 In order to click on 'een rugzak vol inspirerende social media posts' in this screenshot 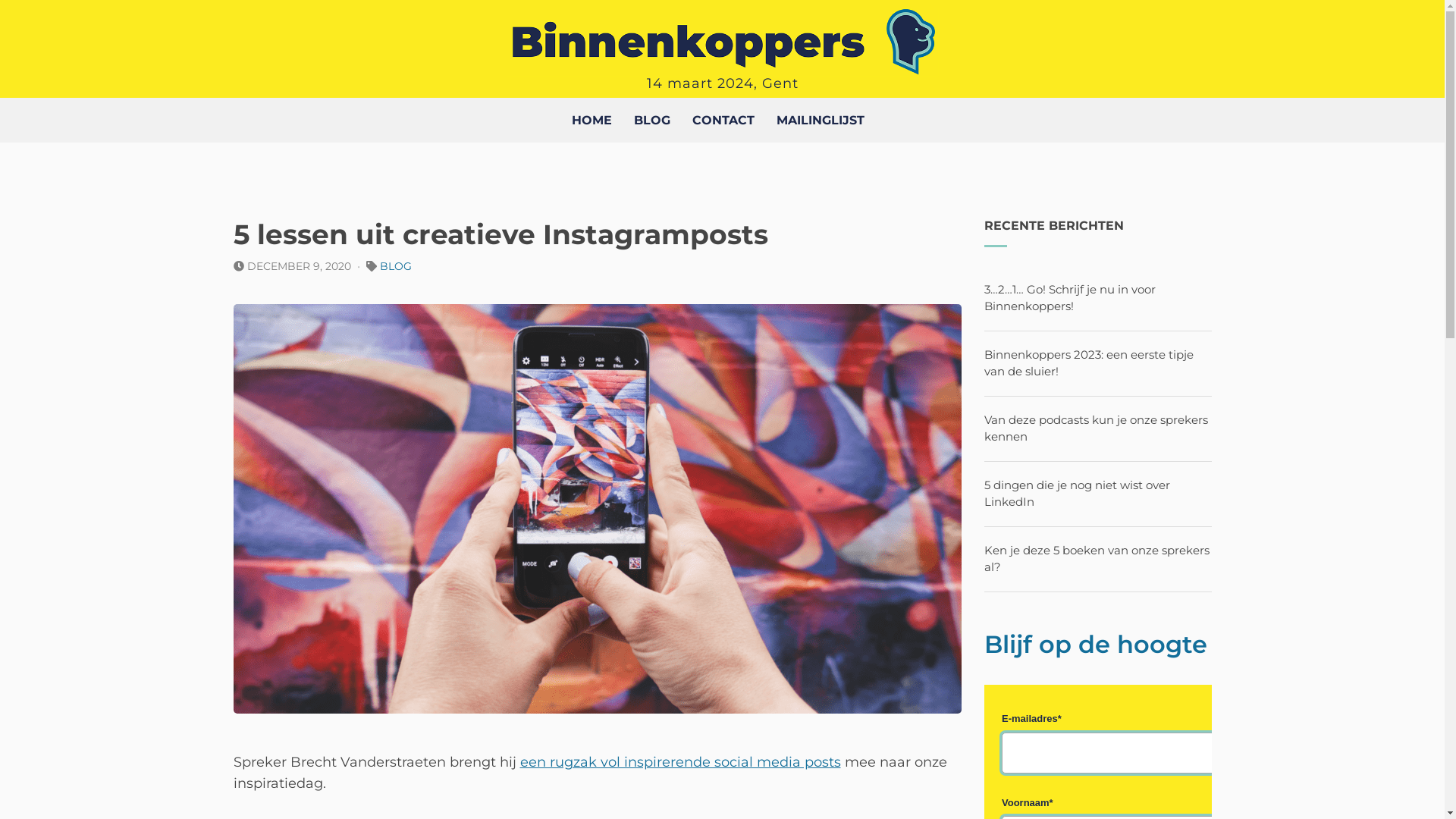, I will do `click(679, 762)`.